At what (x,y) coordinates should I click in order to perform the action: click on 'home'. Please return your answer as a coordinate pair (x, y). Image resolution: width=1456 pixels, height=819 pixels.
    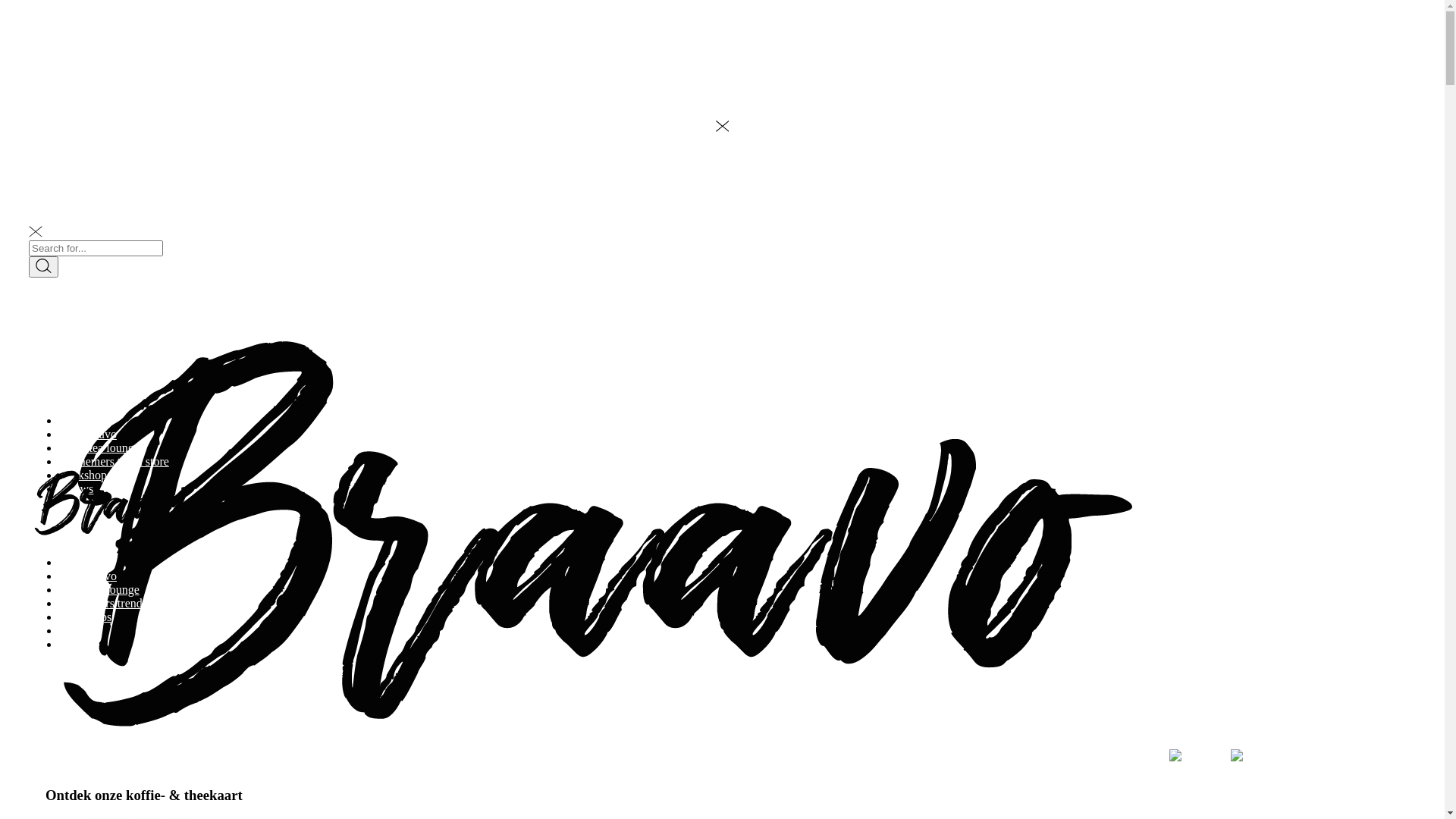
    Looking at the image, I should click on (72, 562).